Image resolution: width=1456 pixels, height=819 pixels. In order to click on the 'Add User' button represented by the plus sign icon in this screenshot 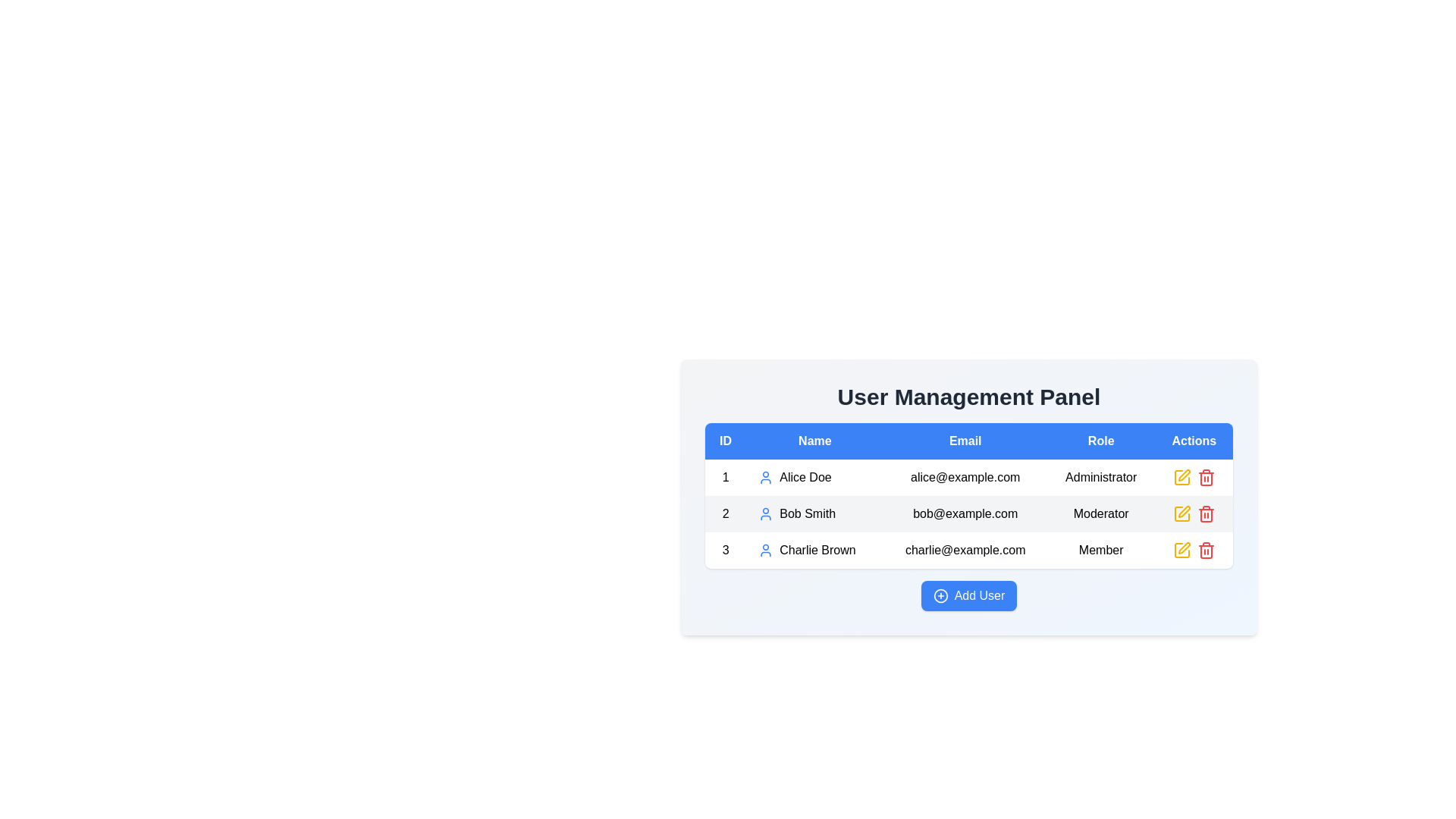, I will do `click(940, 595)`.